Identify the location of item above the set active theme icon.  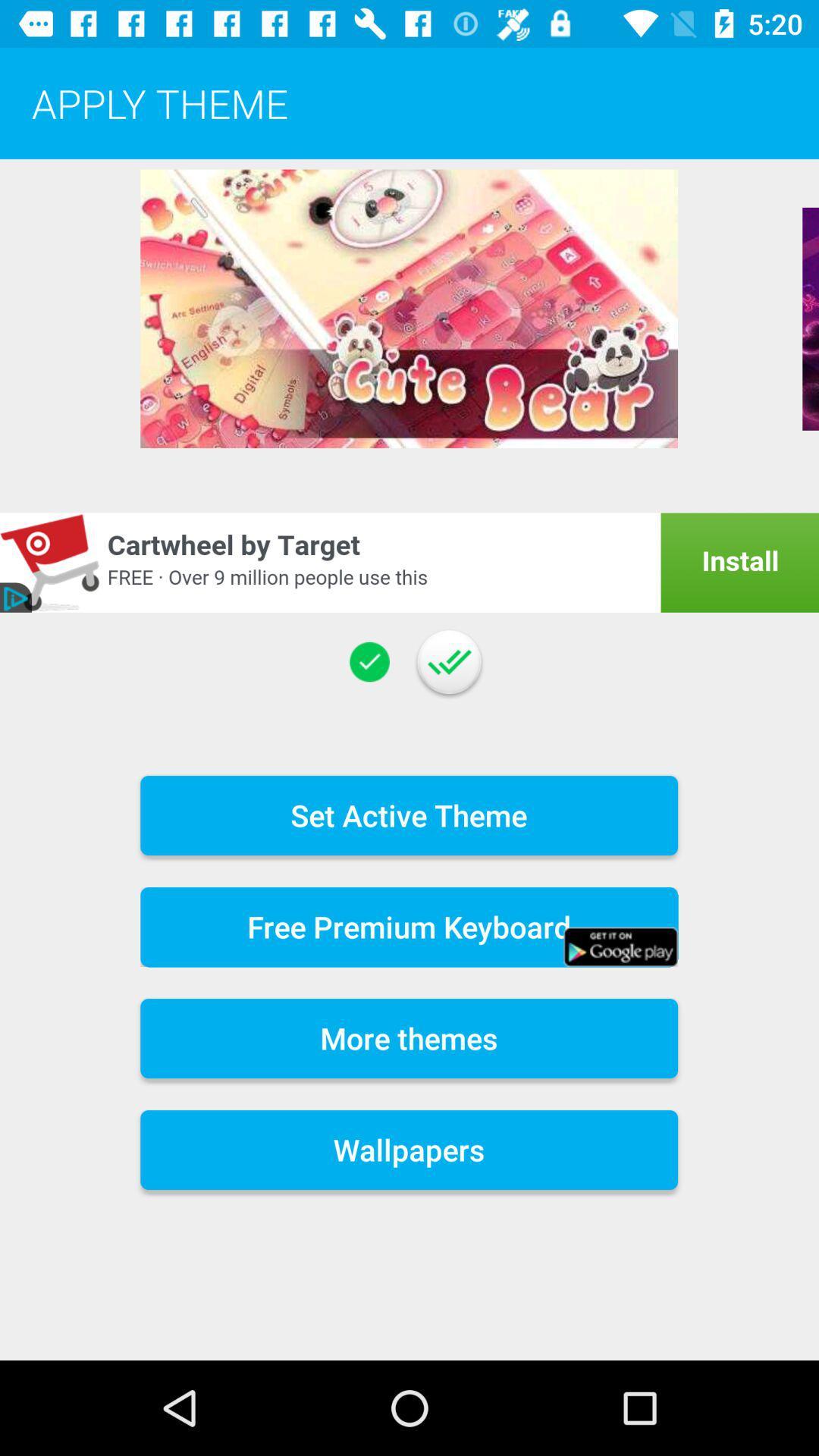
(369, 662).